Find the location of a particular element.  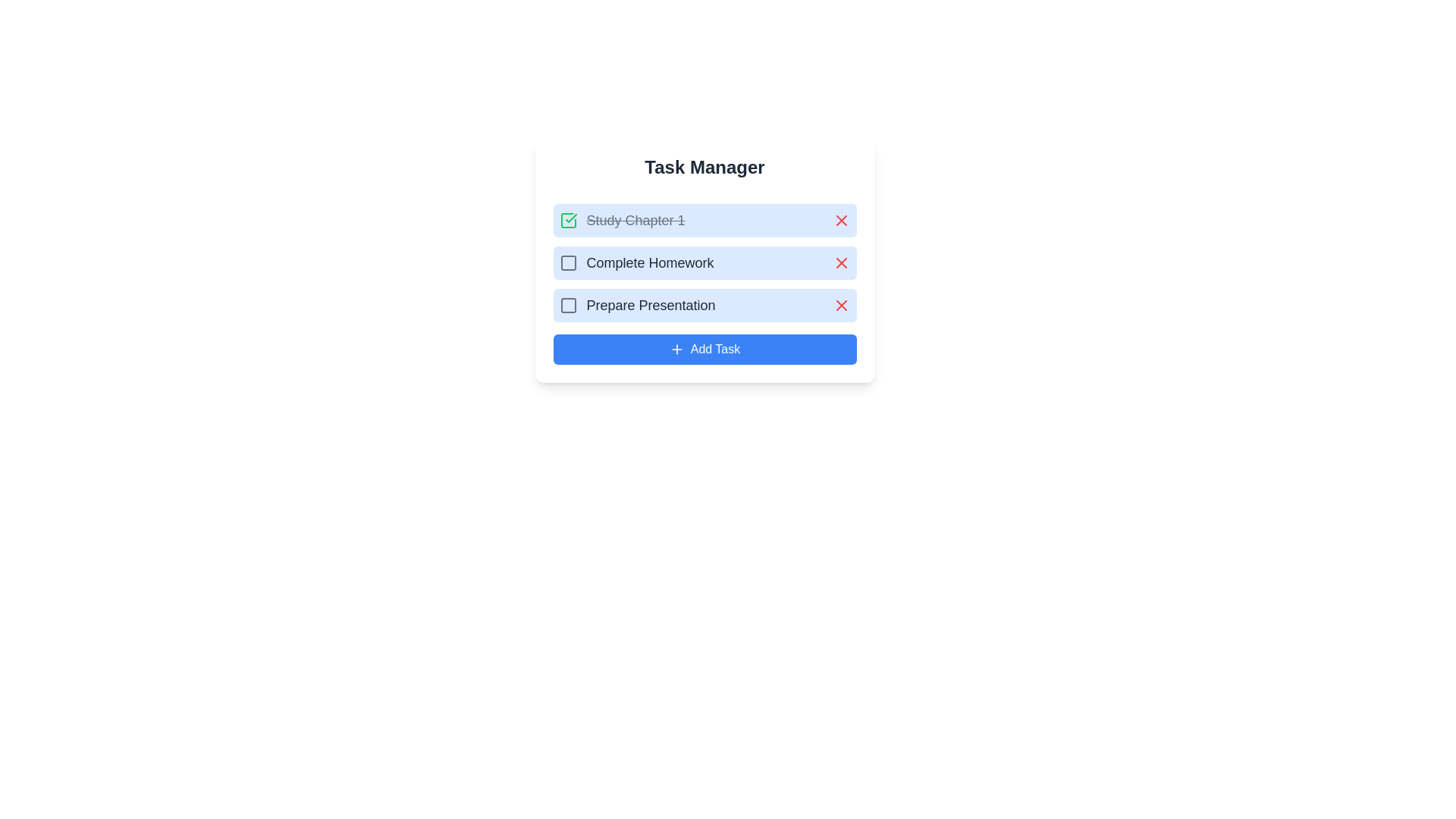

the button located at the right end of the row labeled 'Prepare Presentation' is located at coordinates (840, 305).